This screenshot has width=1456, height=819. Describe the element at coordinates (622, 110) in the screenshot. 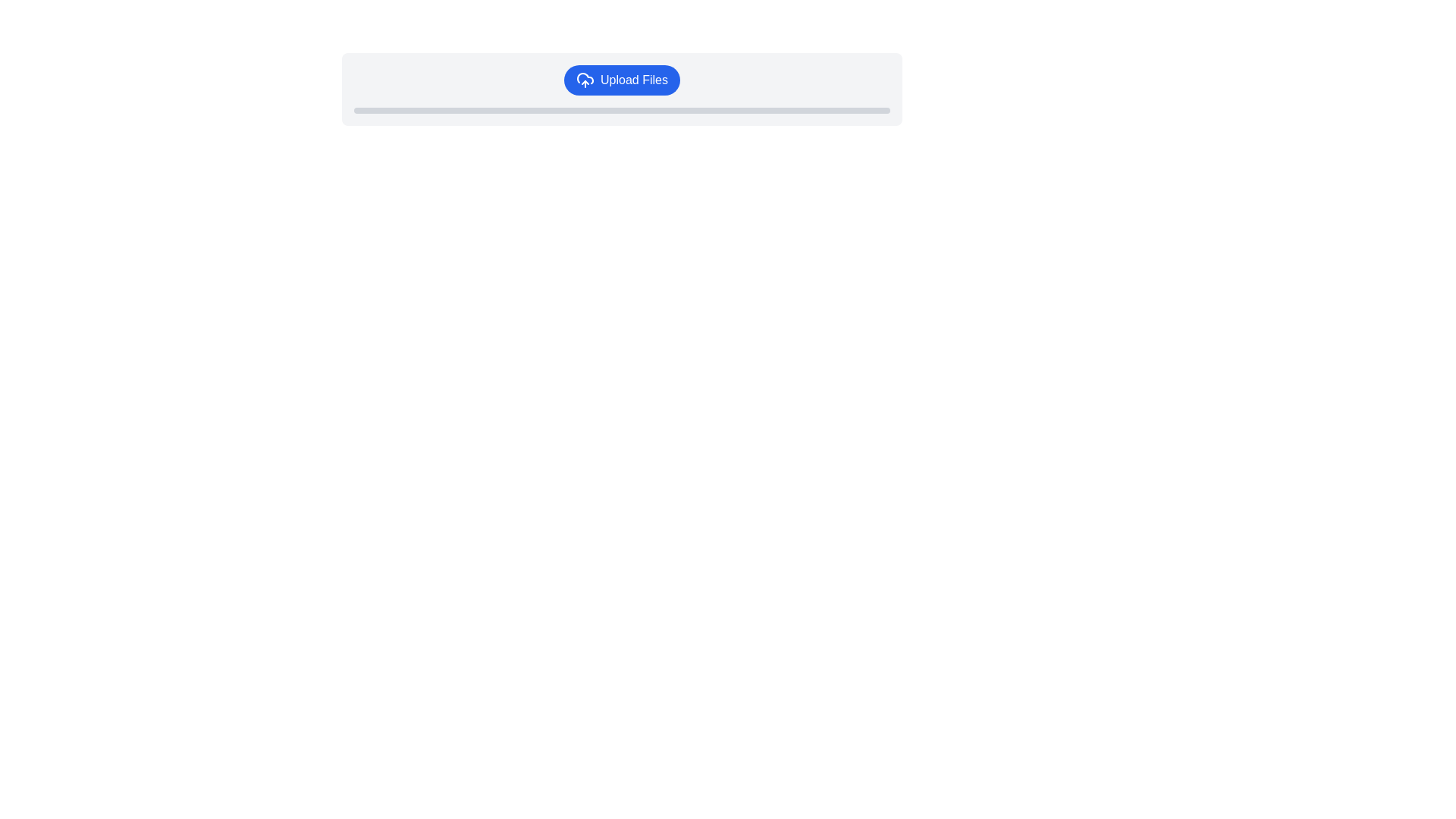

I see `the thin, rectangular progress bar with a light gray background located below the 'Upload Files' button` at that location.